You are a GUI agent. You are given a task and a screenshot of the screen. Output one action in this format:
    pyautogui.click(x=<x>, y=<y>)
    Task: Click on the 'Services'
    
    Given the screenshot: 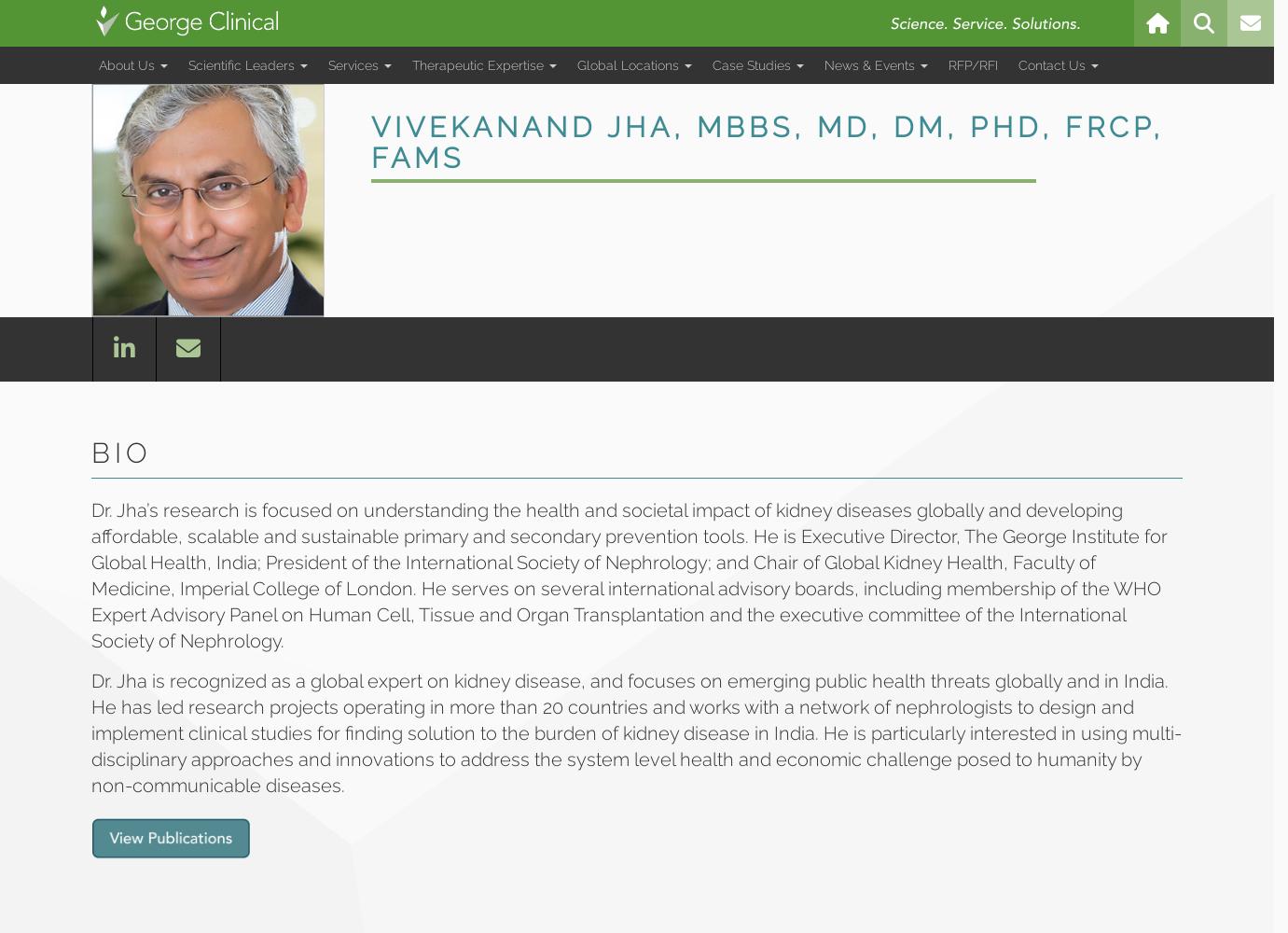 What is the action you would take?
    pyautogui.click(x=354, y=64)
    